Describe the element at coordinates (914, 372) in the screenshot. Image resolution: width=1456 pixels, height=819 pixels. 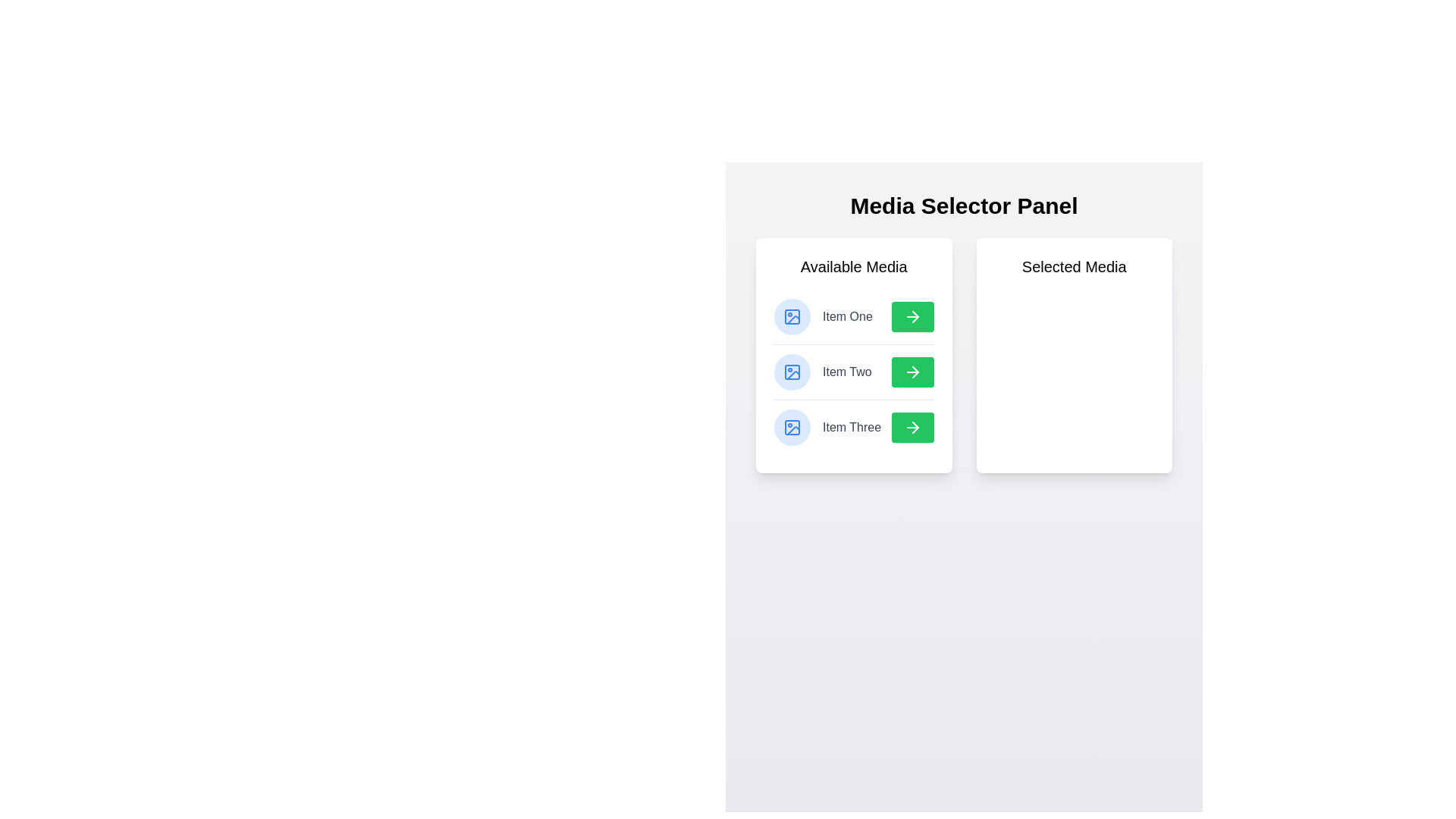
I see `the arrow icon inside the green button in the second row of the 'Available Media' section to potentially receive additional feedback` at that location.